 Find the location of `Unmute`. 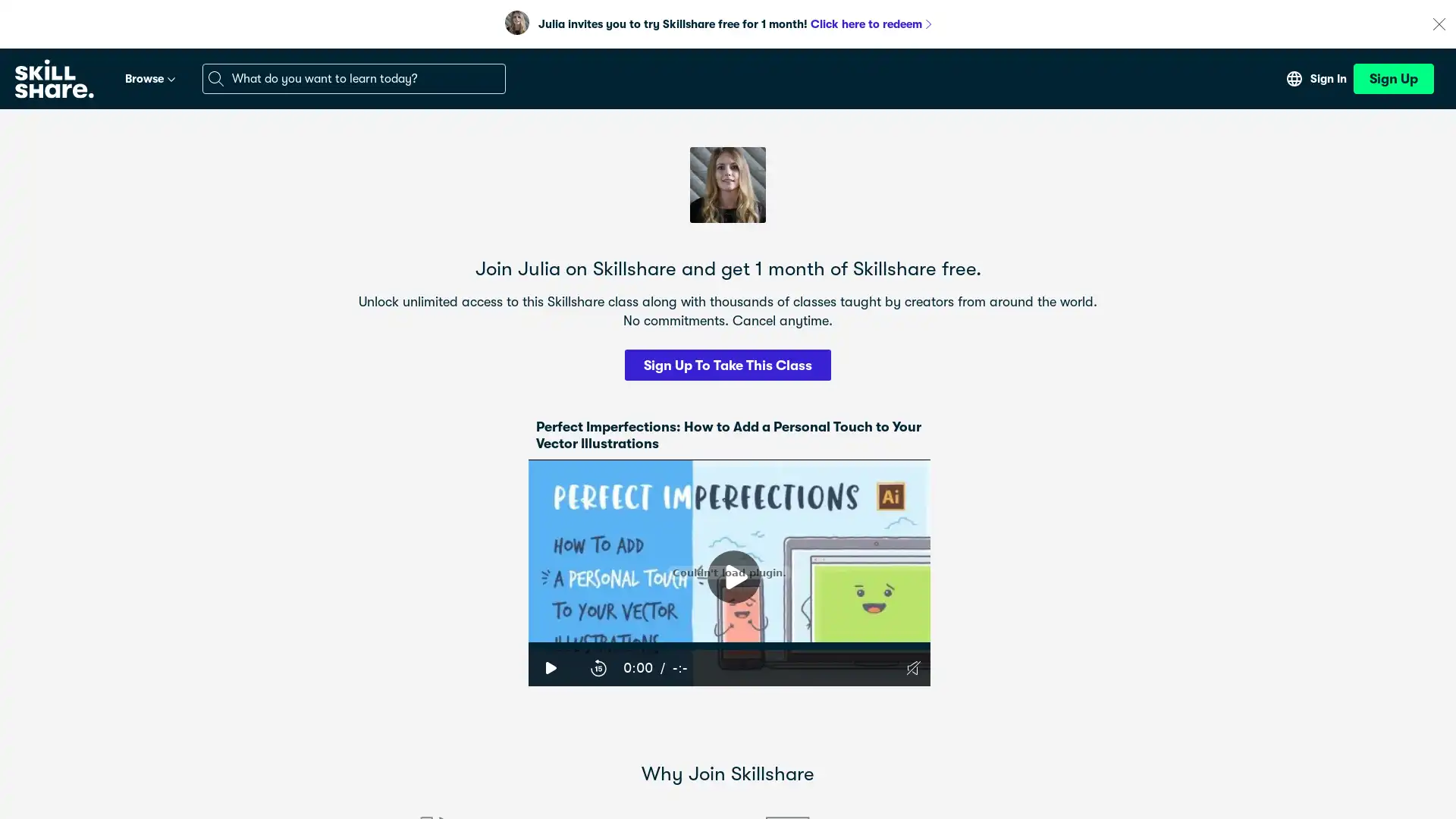

Unmute is located at coordinates (912, 666).